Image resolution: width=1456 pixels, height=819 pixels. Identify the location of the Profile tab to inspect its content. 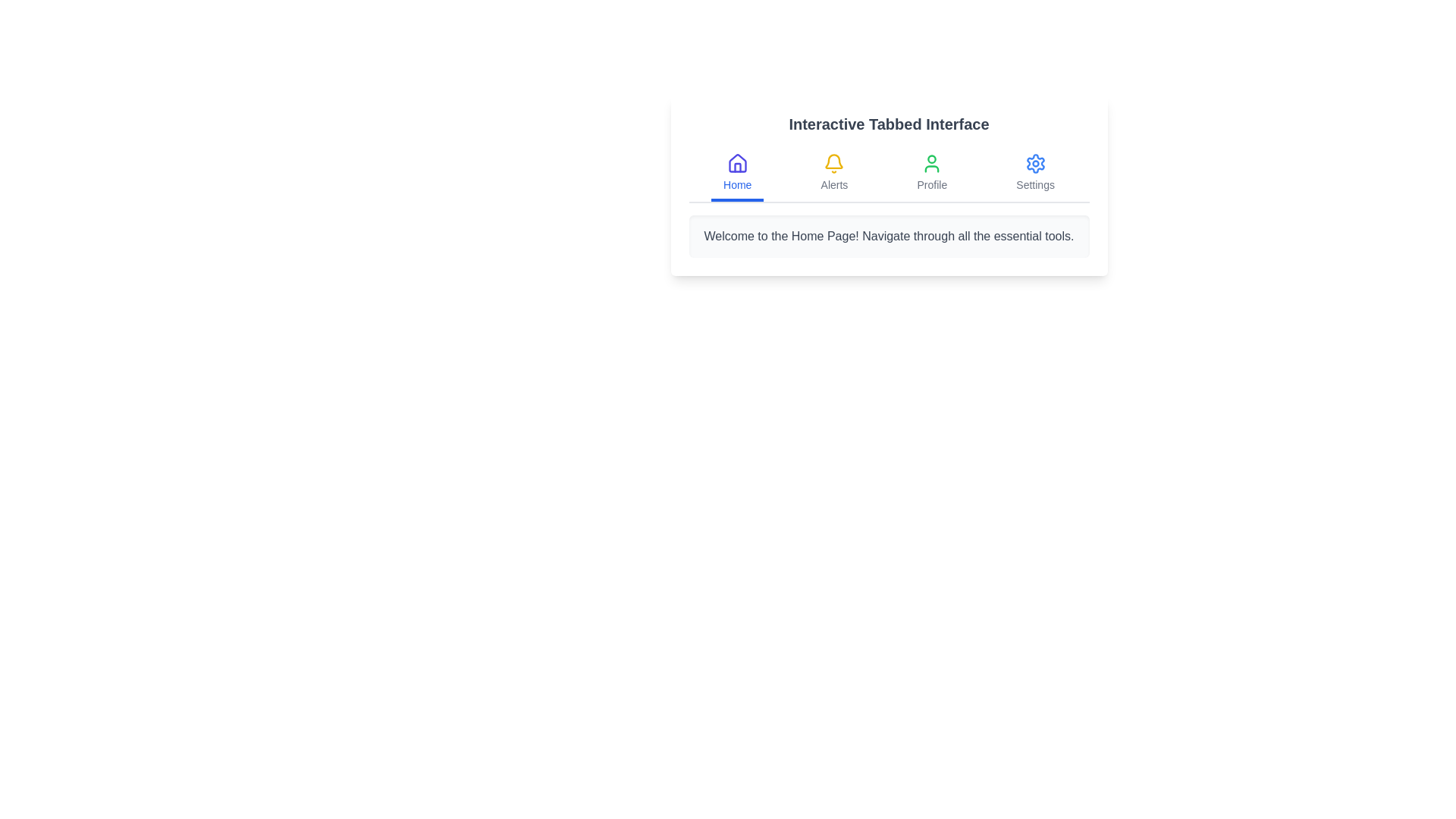
(930, 174).